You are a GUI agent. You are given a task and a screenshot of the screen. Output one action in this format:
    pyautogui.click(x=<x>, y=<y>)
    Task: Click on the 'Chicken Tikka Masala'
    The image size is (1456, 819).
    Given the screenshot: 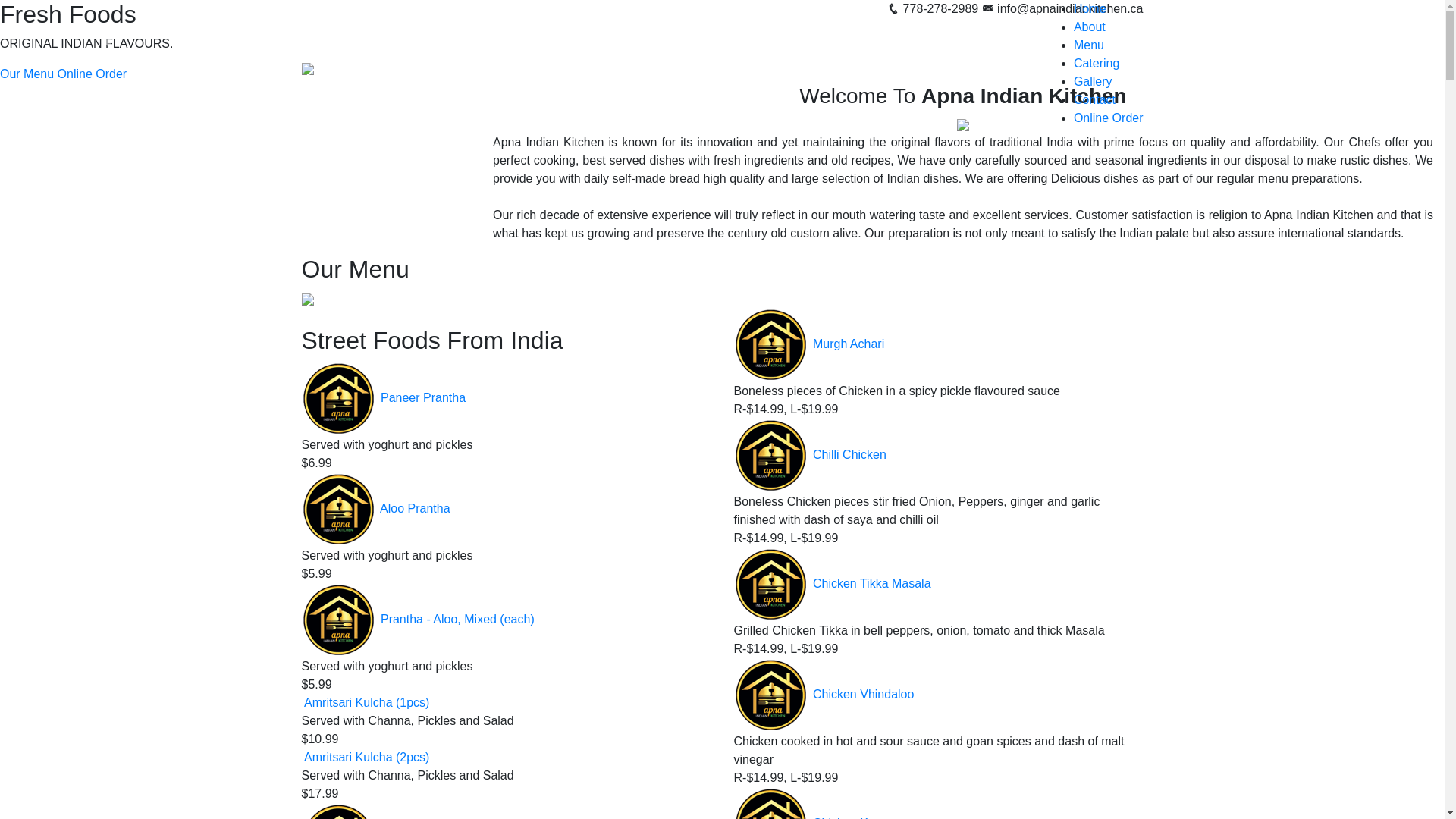 What is the action you would take?
    pyautogui.click(x=872, y=583)
    